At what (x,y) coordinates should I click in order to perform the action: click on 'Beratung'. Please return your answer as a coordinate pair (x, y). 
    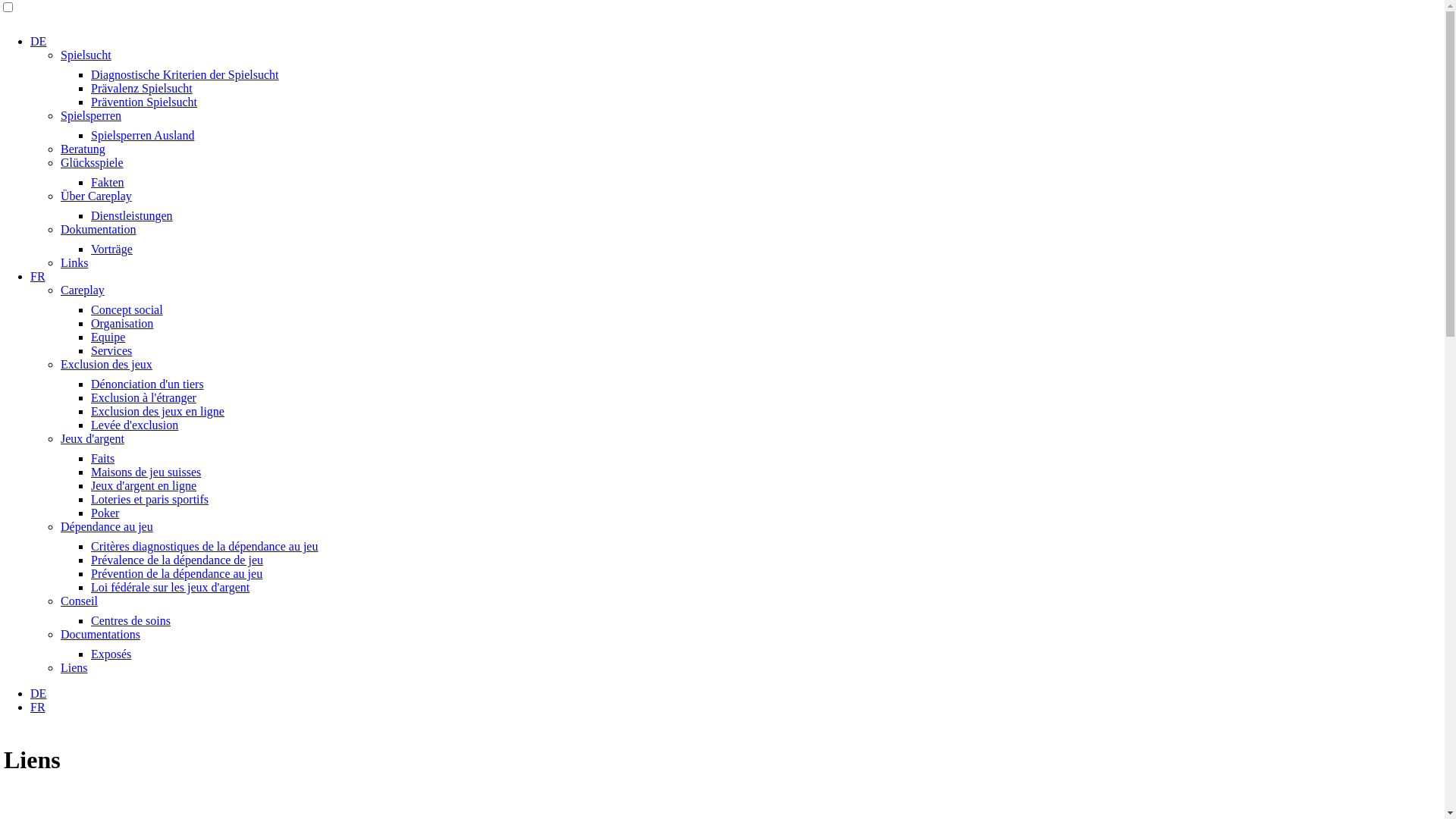
    Looking at the image, I should click on (82, 149).